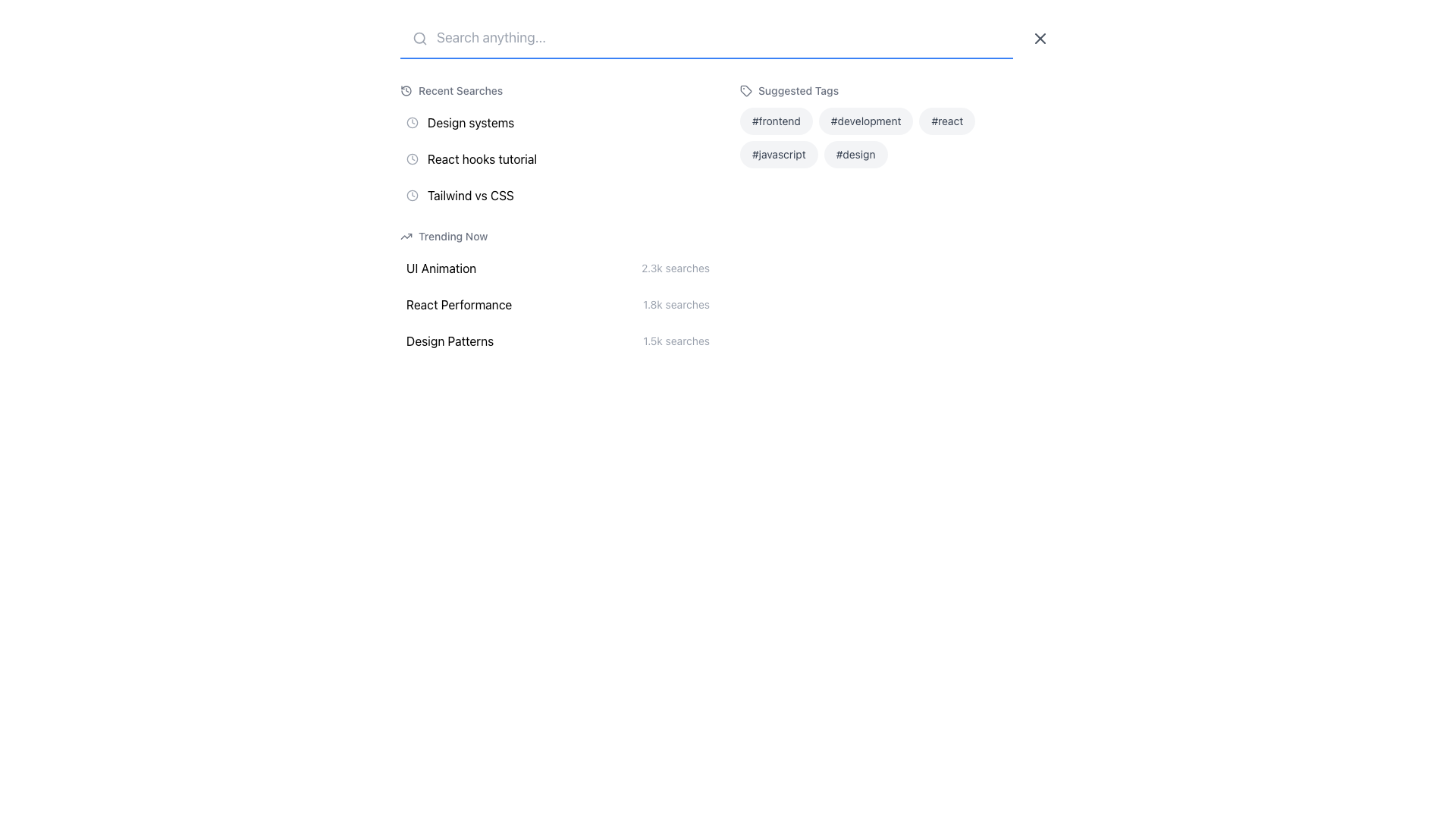  Describe the element at coordinates (412, 122) in the screenshot. I see `the circle element rendered within the SVG icon, which is part of the 'Recent Searches' list item associated with 'Design systems'` at that location.